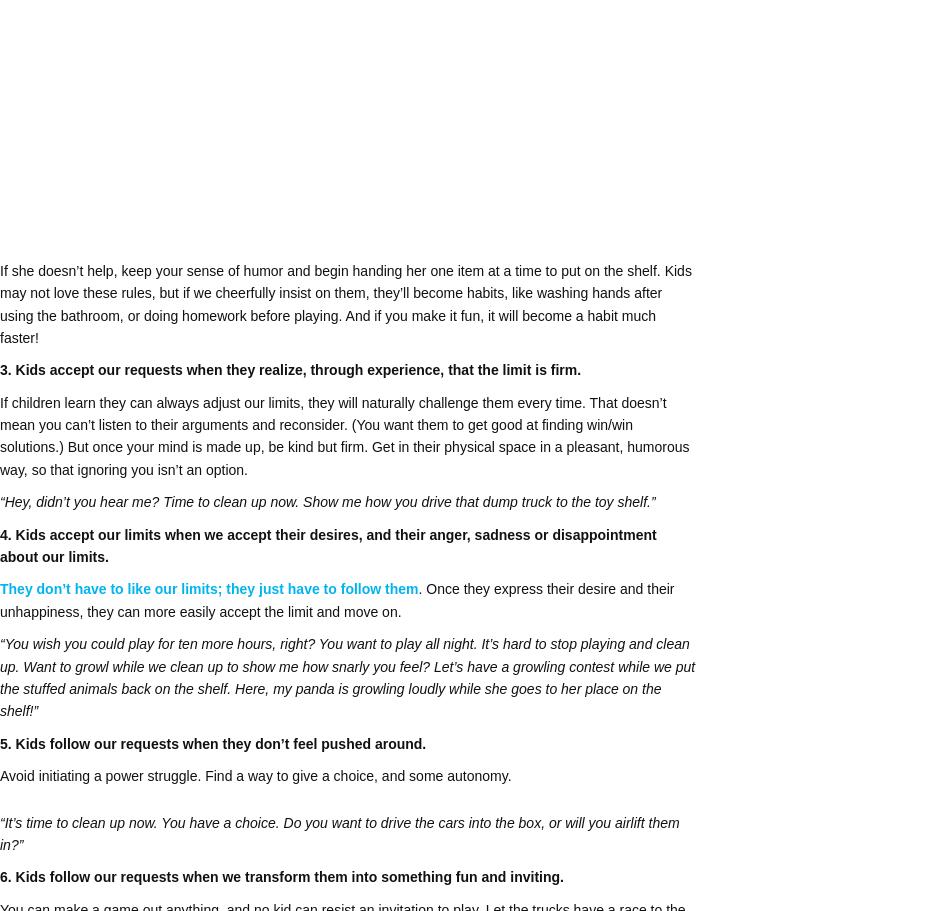 This screenshot has height=911, width=950. Describe the element at coordinates (335, 598) in the screenshot. I see `'. Once they express their desire and their unhappiness, they can more easily accept the limit and move on.'` at that location.